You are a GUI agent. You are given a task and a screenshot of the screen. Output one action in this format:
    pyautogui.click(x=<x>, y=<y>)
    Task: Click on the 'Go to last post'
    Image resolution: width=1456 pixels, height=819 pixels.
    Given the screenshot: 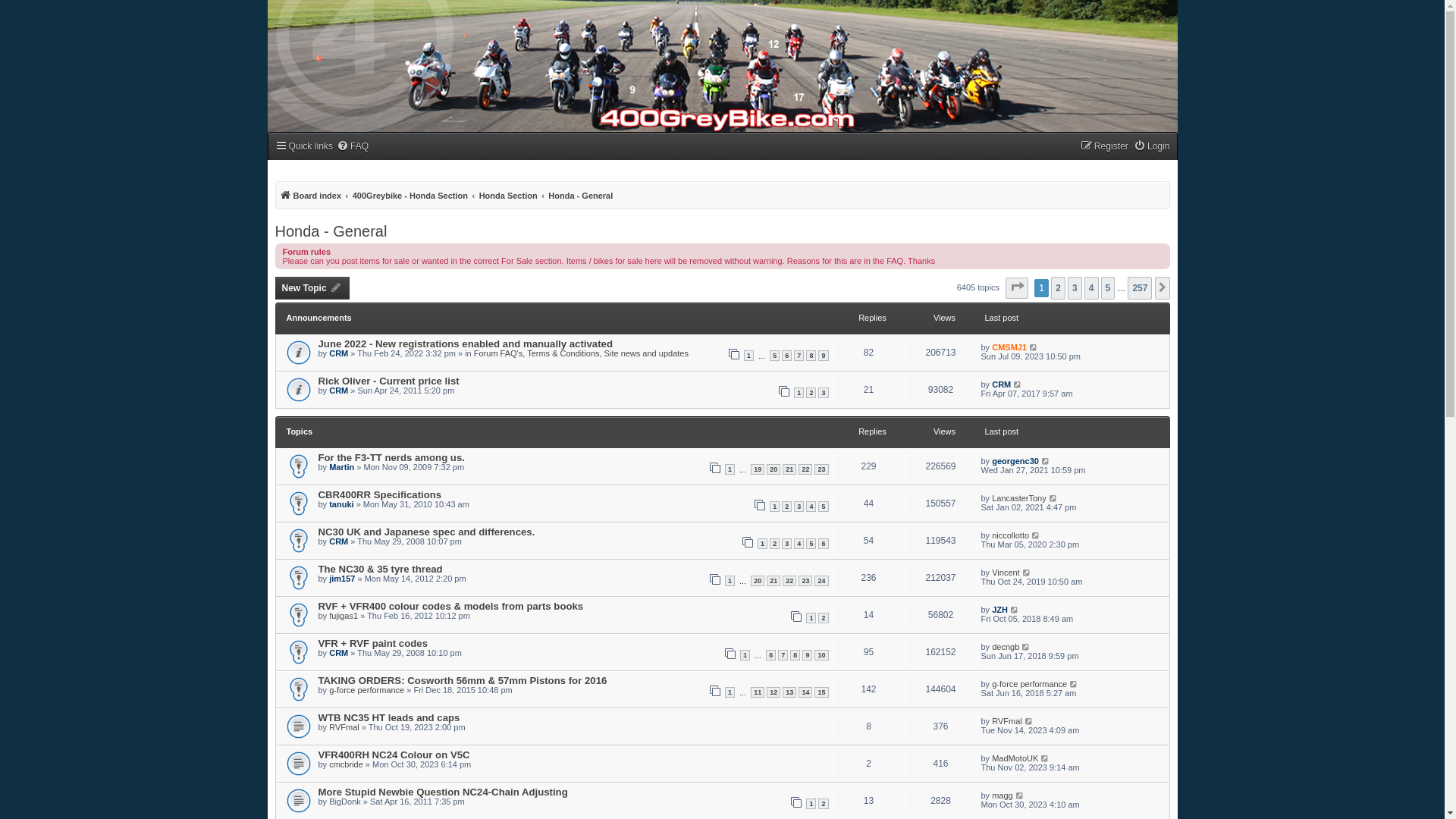 What is the action you would take?
    pyautogui.click(x=1040, y=460)
    